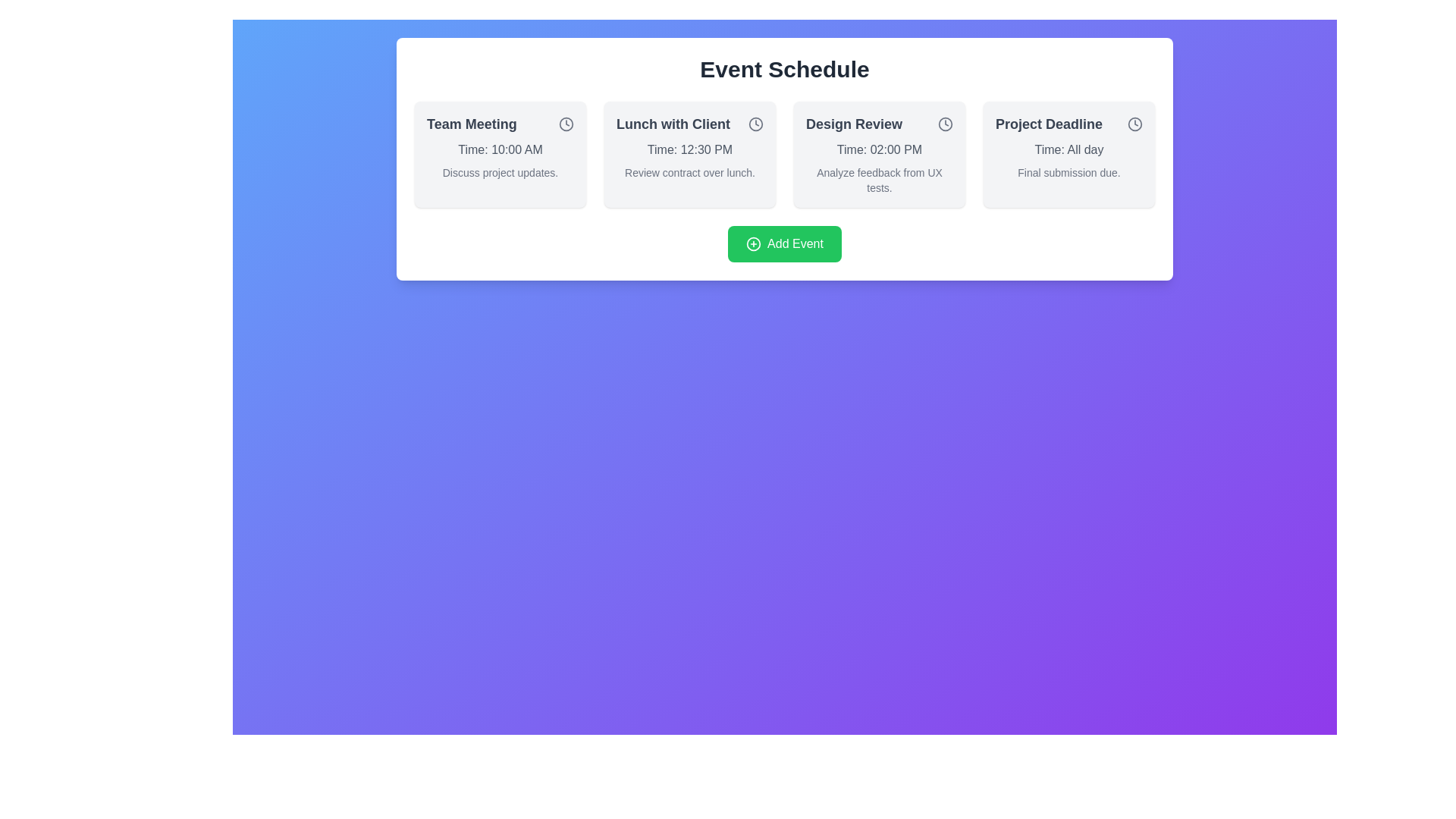 The width and height of the screenshot is (1456, 819). I want to click on the visual card component displaying 'Team Meeting' with a light gray background and a clock icon in the top right, so click(500, 155).